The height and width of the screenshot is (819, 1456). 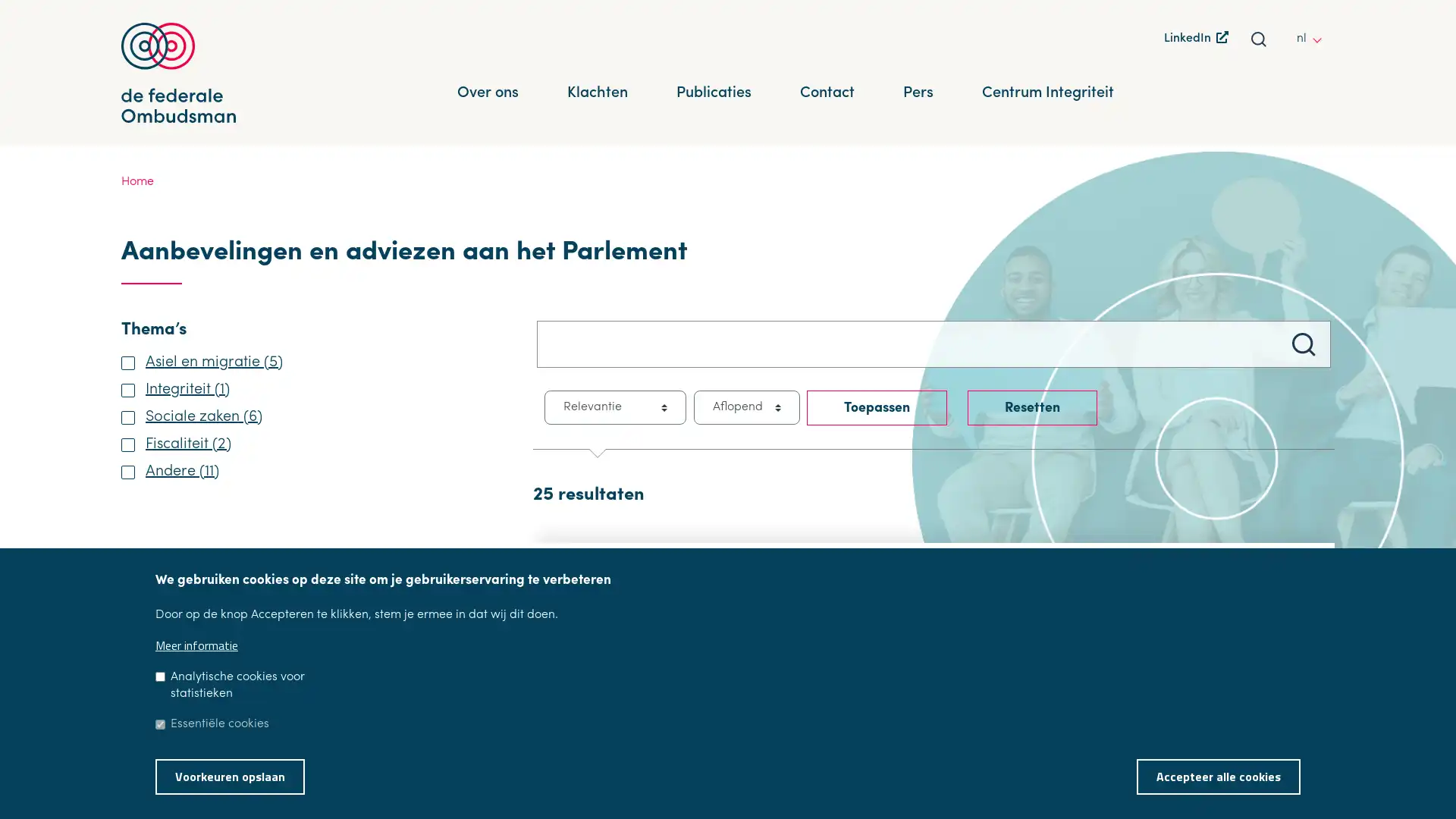 What do you see at coordinates (877, 406) in the screenshot?
I see `Toepassen` at bounding box center [877, 406].